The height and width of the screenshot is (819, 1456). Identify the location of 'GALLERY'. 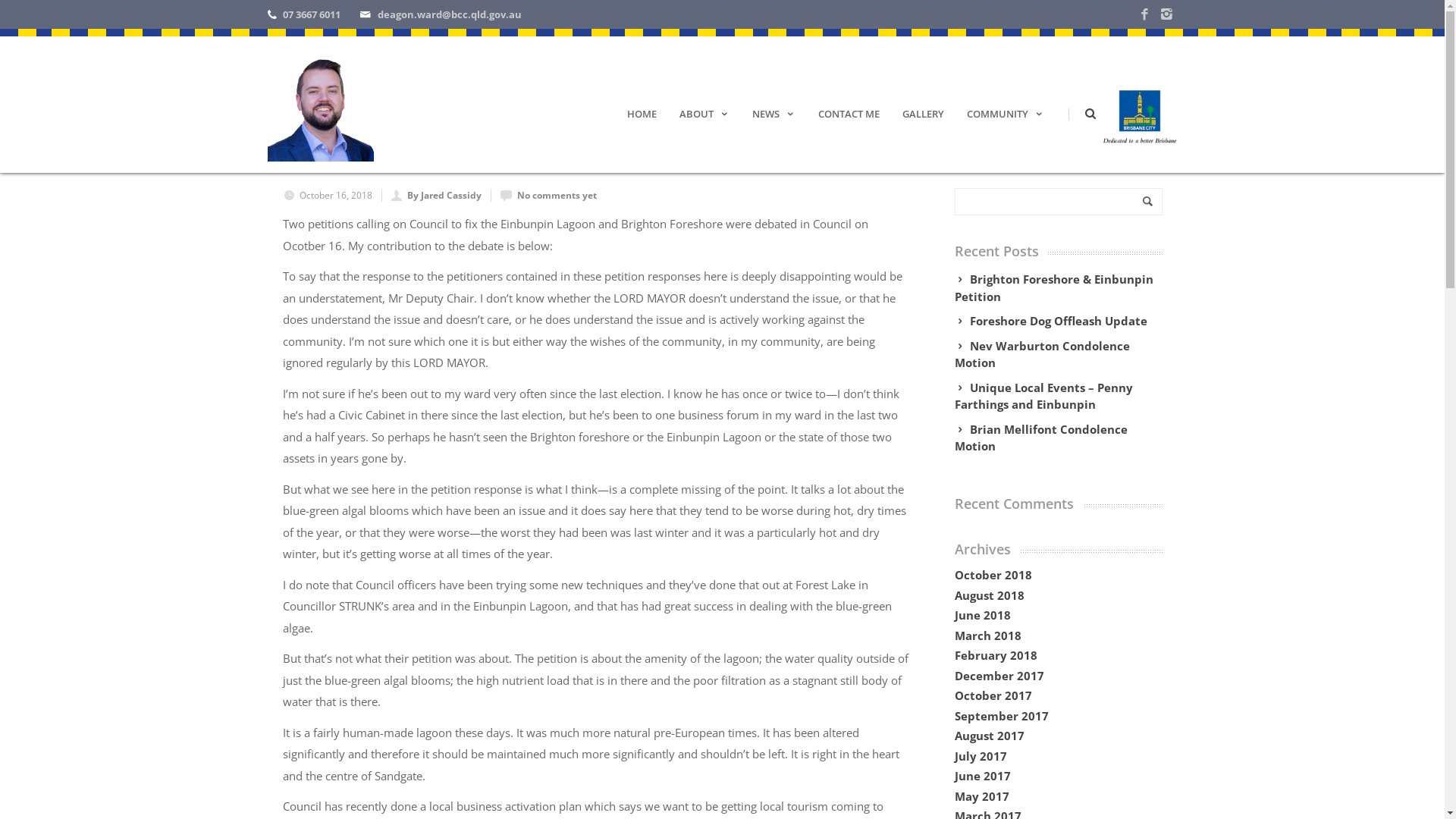
(921, 111).